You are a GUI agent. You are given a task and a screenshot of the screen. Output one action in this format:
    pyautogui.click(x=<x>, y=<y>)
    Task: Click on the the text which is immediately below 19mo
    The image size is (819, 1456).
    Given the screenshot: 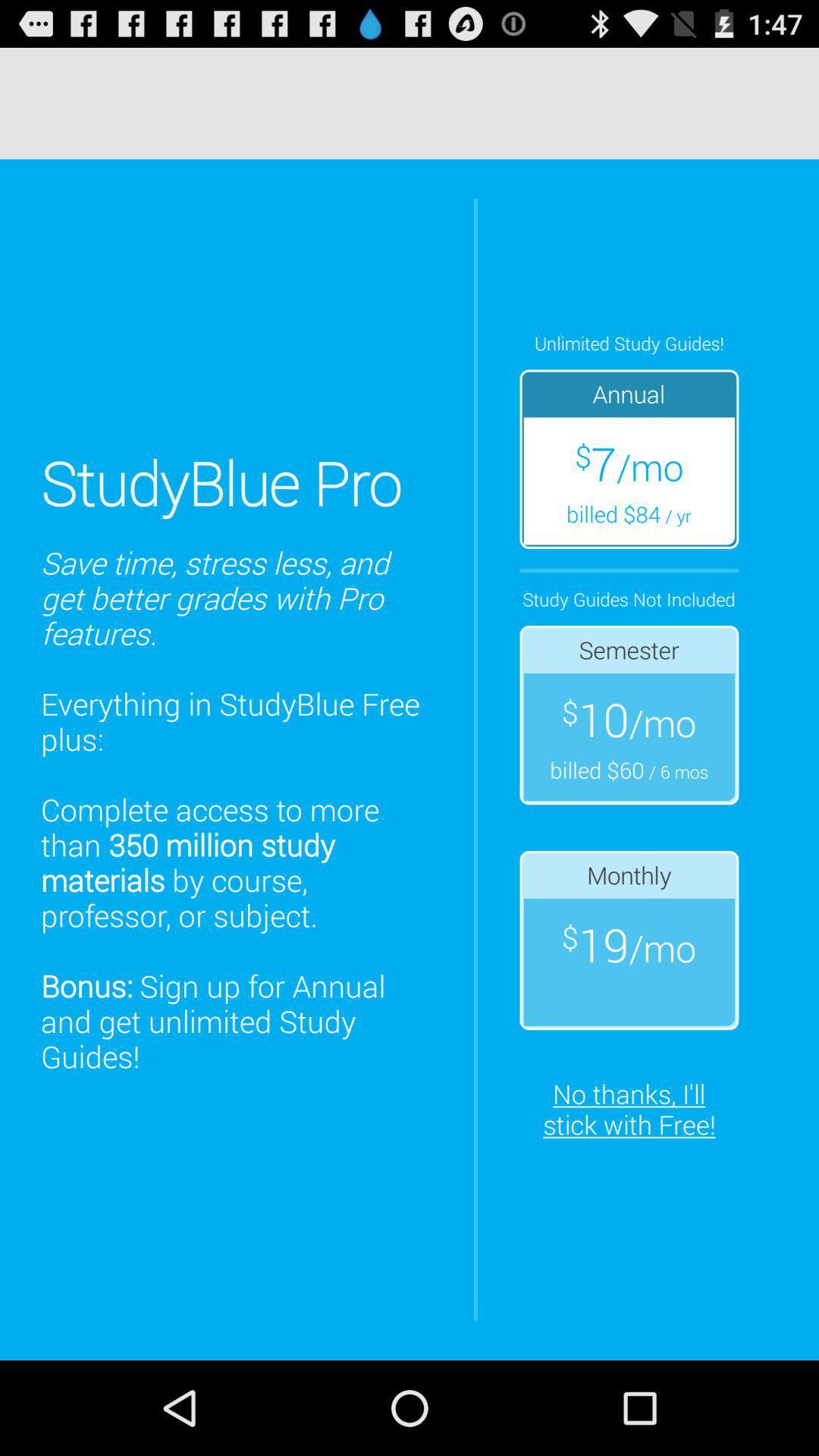 What is the action you would take?
    pyautogui.click(x=629, y=1109)
    